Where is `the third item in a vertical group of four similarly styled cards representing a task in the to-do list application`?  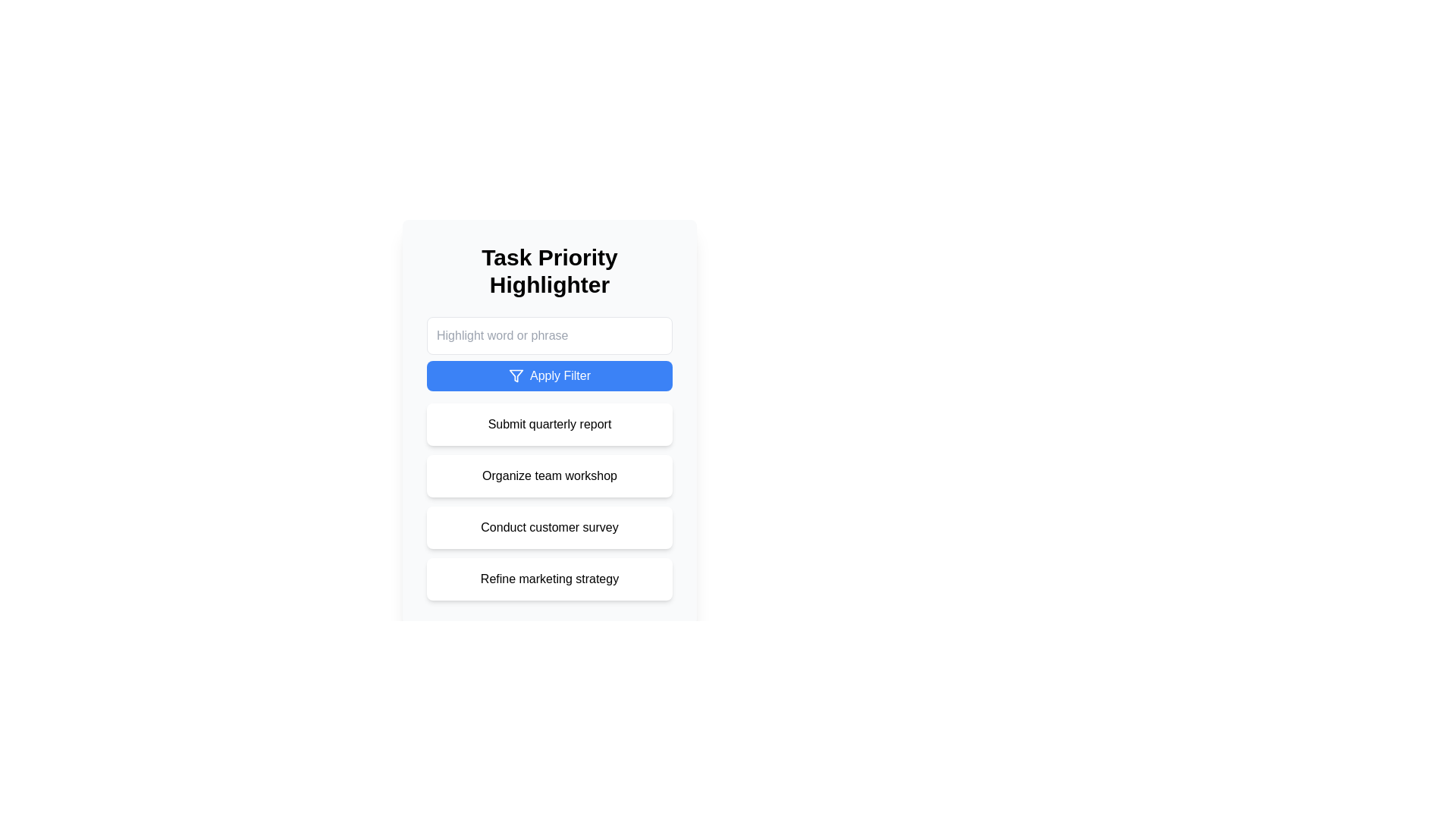
the third item in a vertical group of four similarly styled cards representing a task in the to-do list application is located at coordinates (548, 526).